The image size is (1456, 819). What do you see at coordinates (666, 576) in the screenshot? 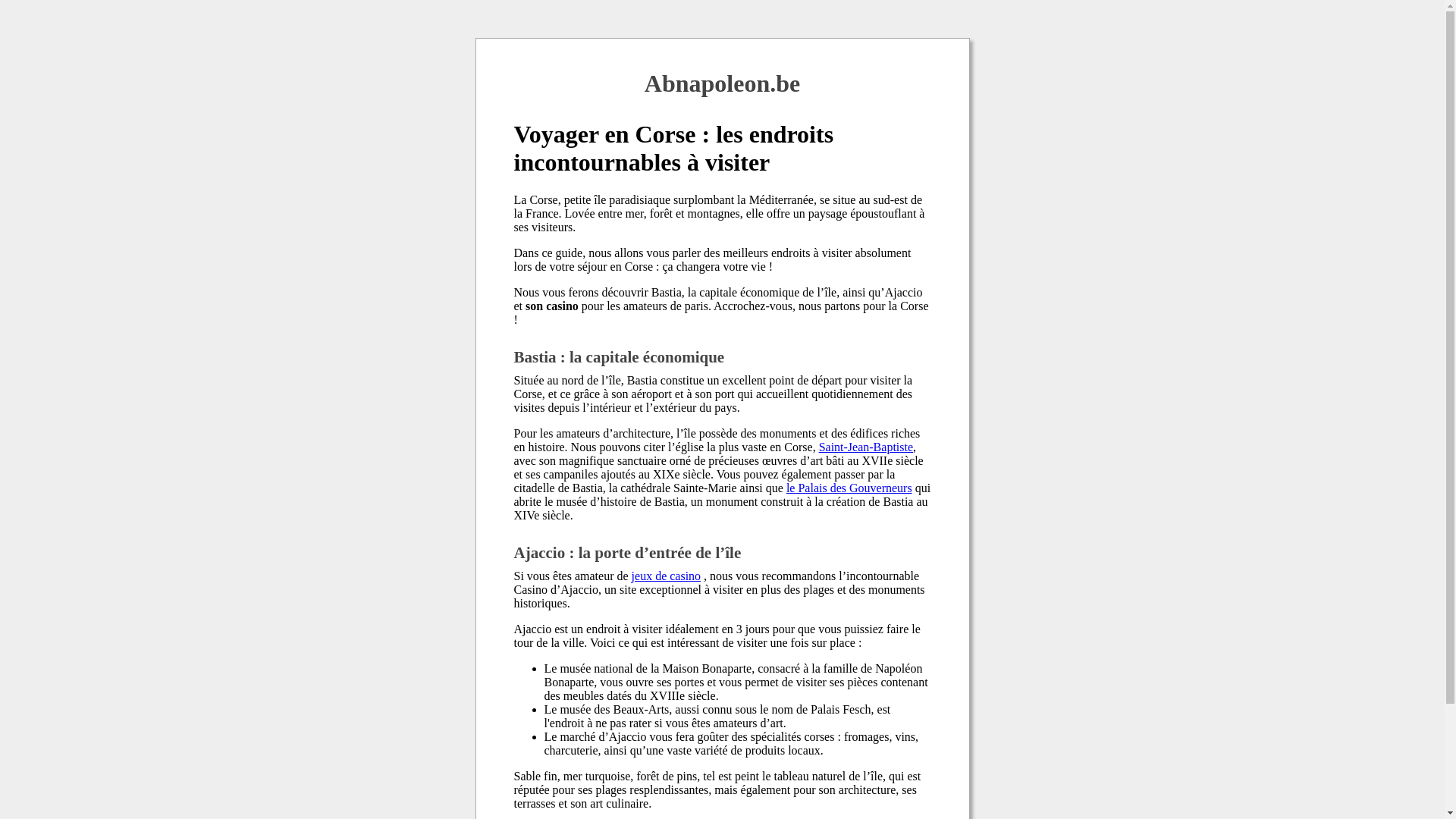
I see `'jeux de casino'` at bounding box center [666, 576].